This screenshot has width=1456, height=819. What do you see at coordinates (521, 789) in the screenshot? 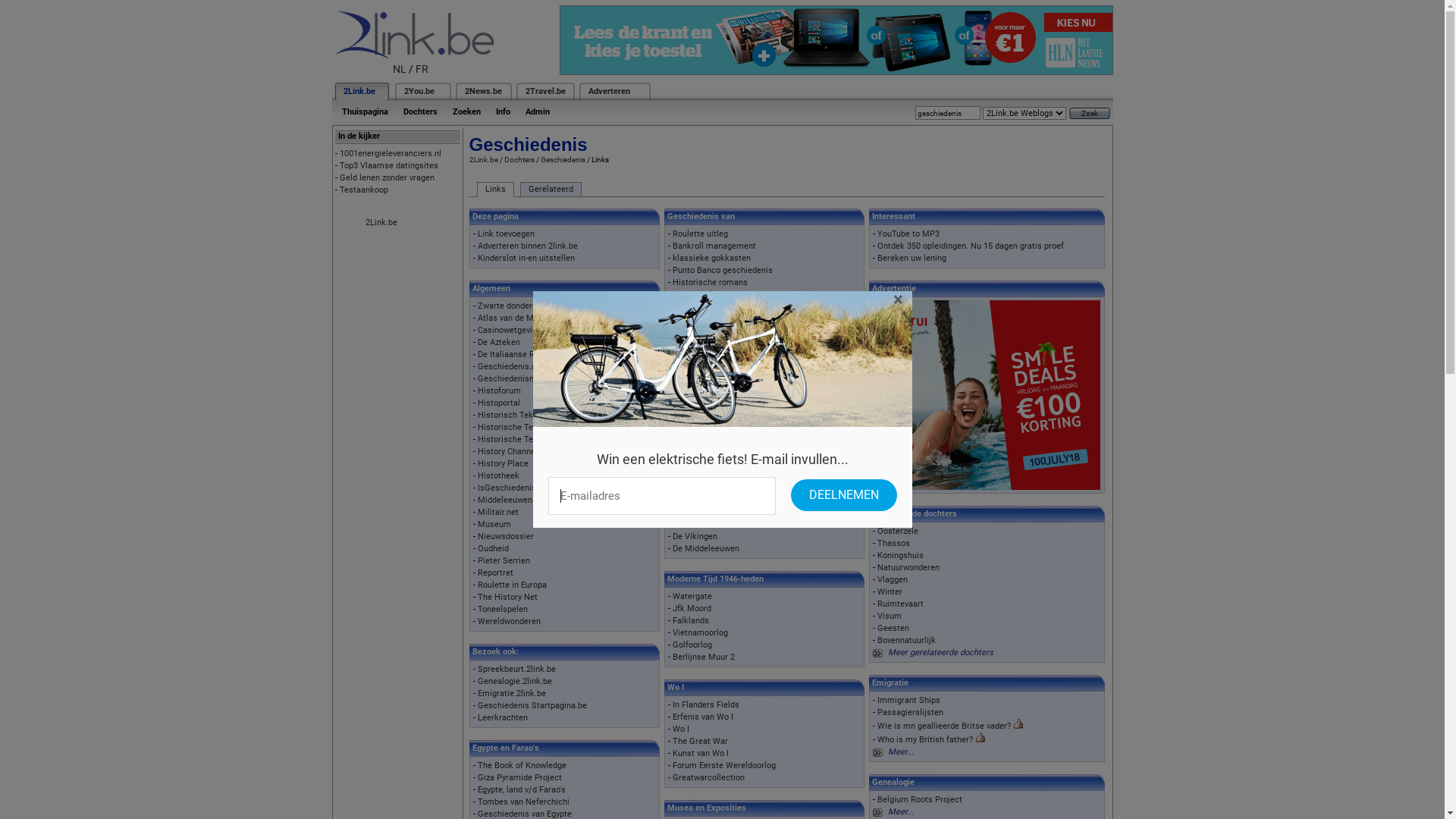
I see `'Egypte, land v/d Farao's'` at bounding box center [521, 789].